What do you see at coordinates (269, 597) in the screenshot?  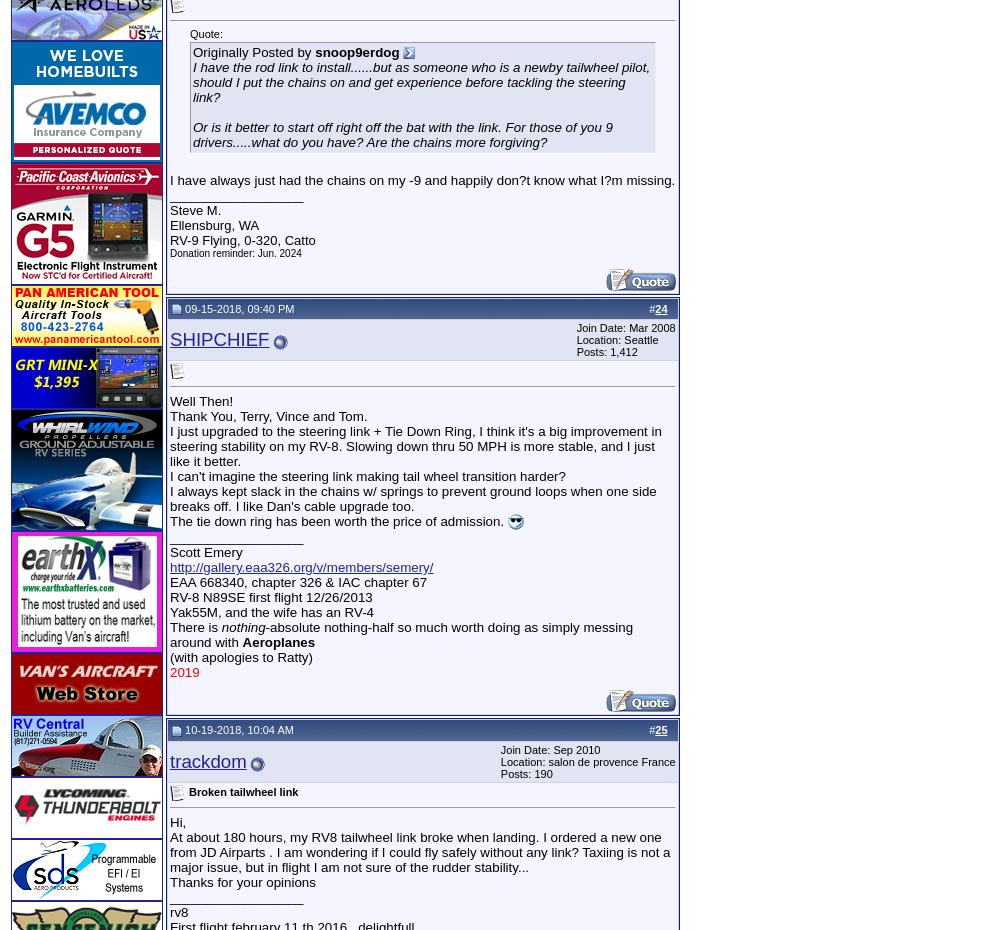 I see `'RV-8 N89SE  first flight 12/26/2013'` at bounding box center [269, 597].